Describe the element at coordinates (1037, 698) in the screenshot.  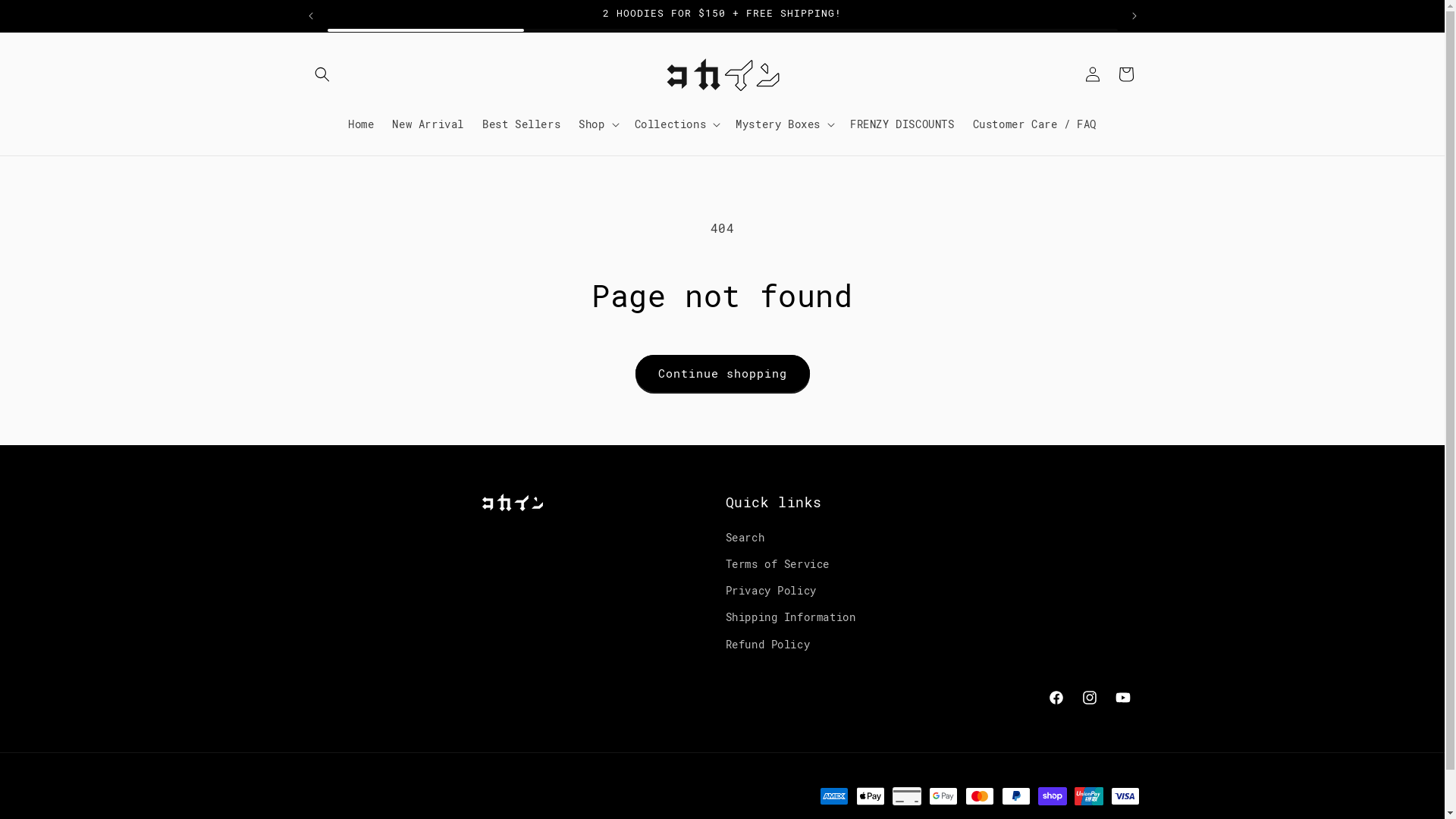
I see `'Facebook'` at that location.